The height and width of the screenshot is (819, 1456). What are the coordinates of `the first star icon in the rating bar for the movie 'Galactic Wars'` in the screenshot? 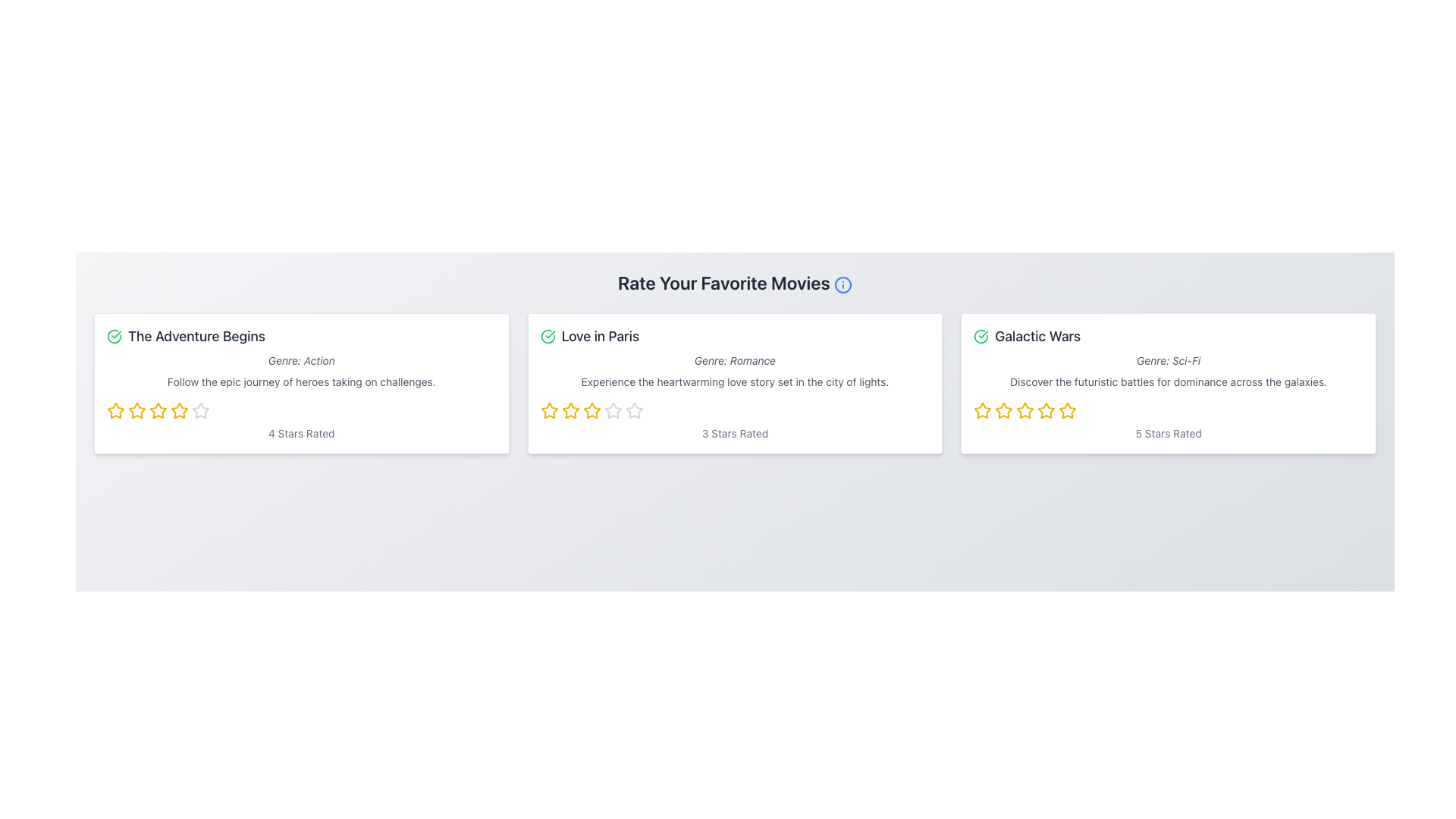 It's located at (983, 411).